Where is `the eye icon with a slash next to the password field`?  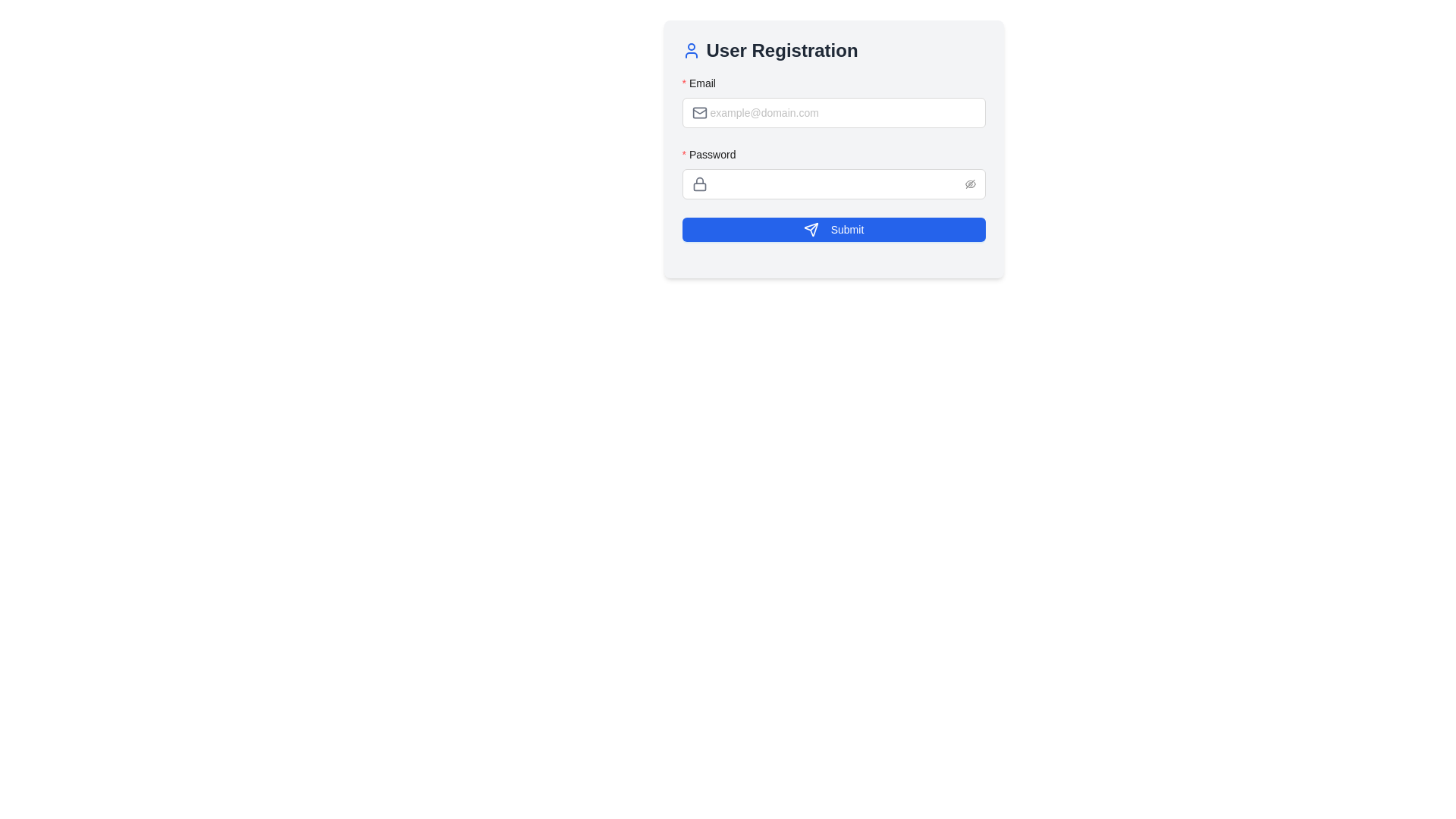
the eye icon with a slash next to the password field is located at coordinates (969, 184).